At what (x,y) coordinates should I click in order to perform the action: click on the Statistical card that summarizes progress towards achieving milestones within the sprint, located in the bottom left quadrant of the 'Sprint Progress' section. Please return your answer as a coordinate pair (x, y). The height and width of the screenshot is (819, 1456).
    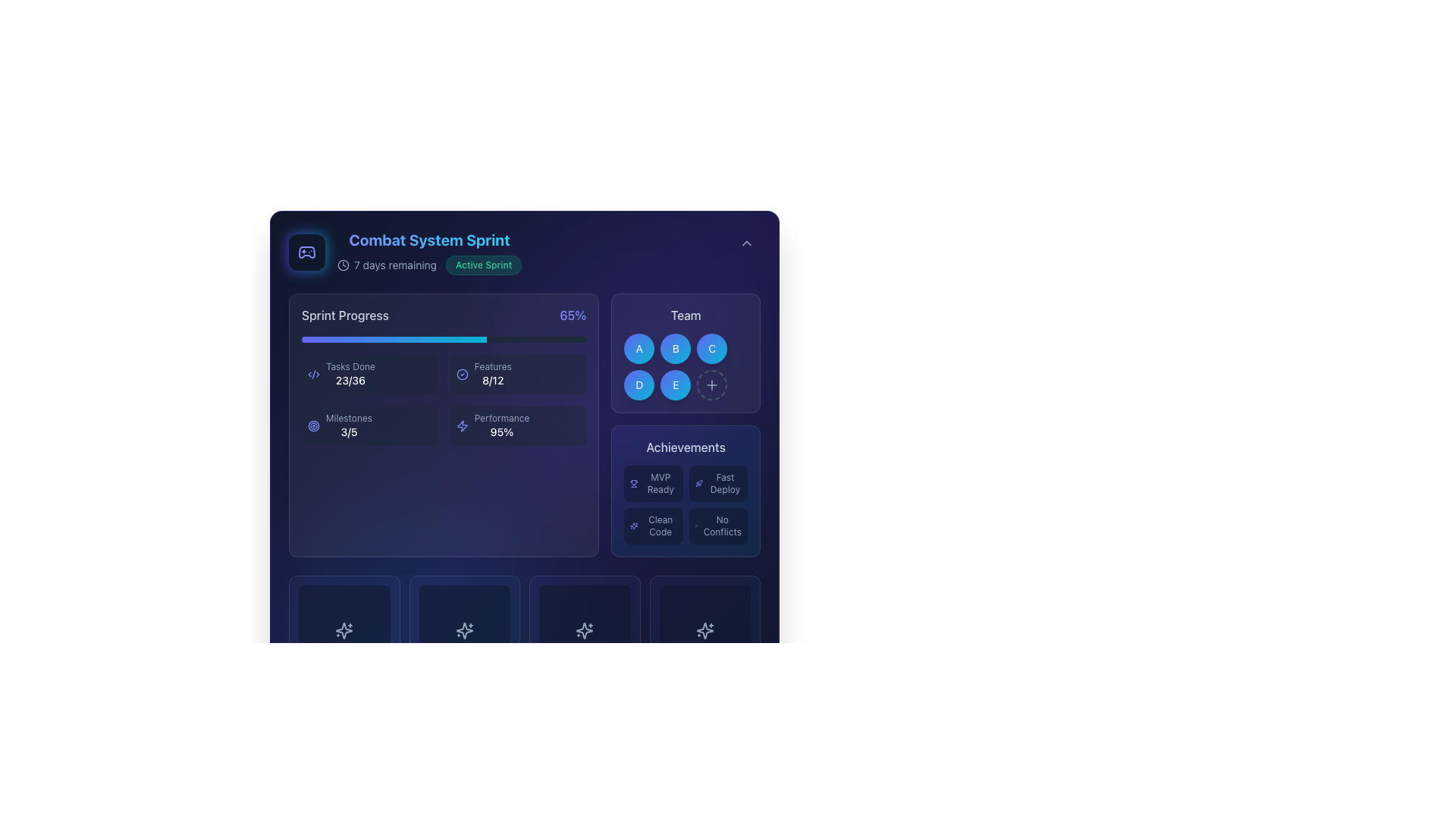
    Looking at the image, I should click on (369, 426).